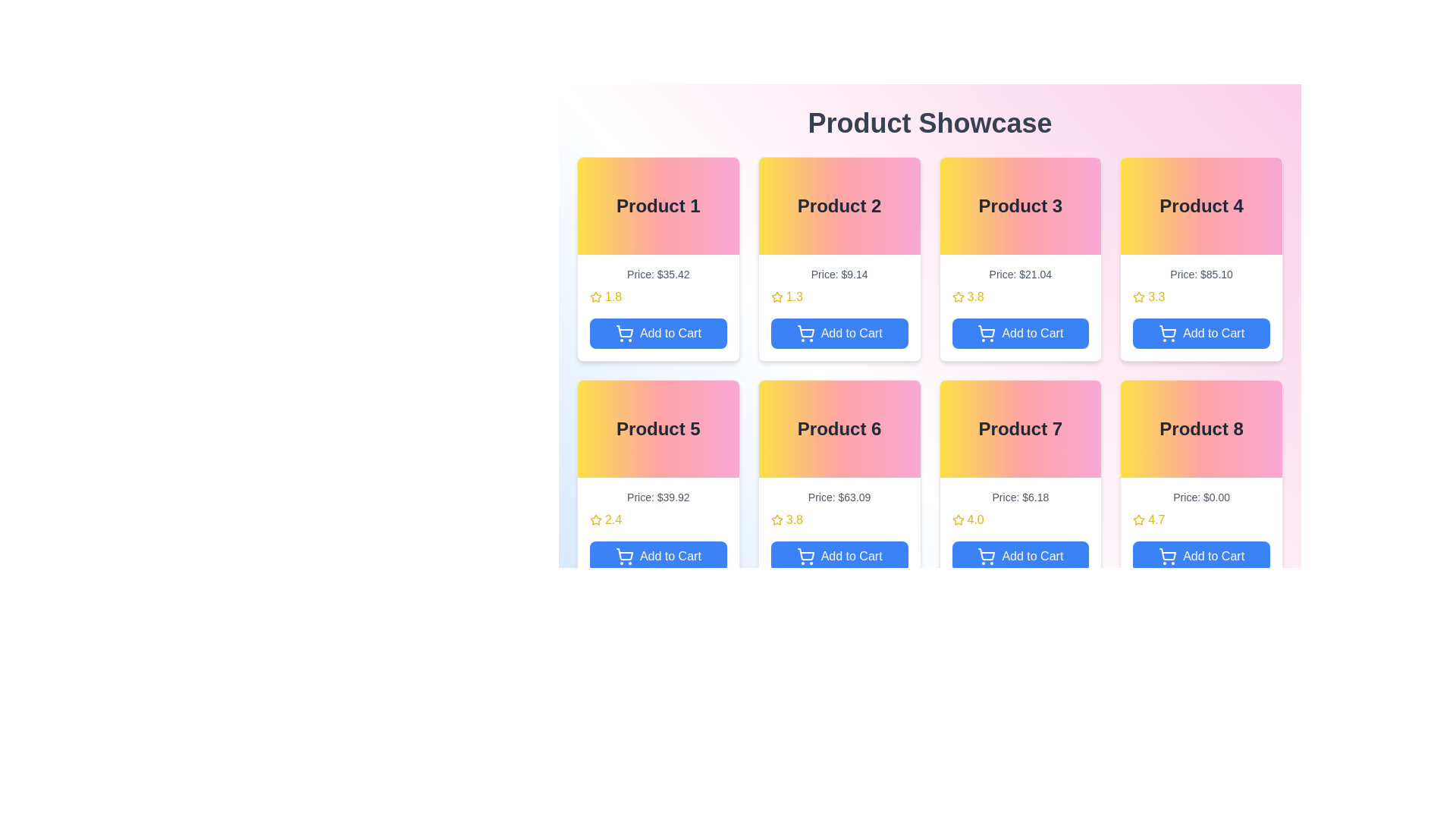  I want to click on the Text Label that serves as the title for a product card, located in the third cell of the grid layout in the first row, so click(1020, 206).